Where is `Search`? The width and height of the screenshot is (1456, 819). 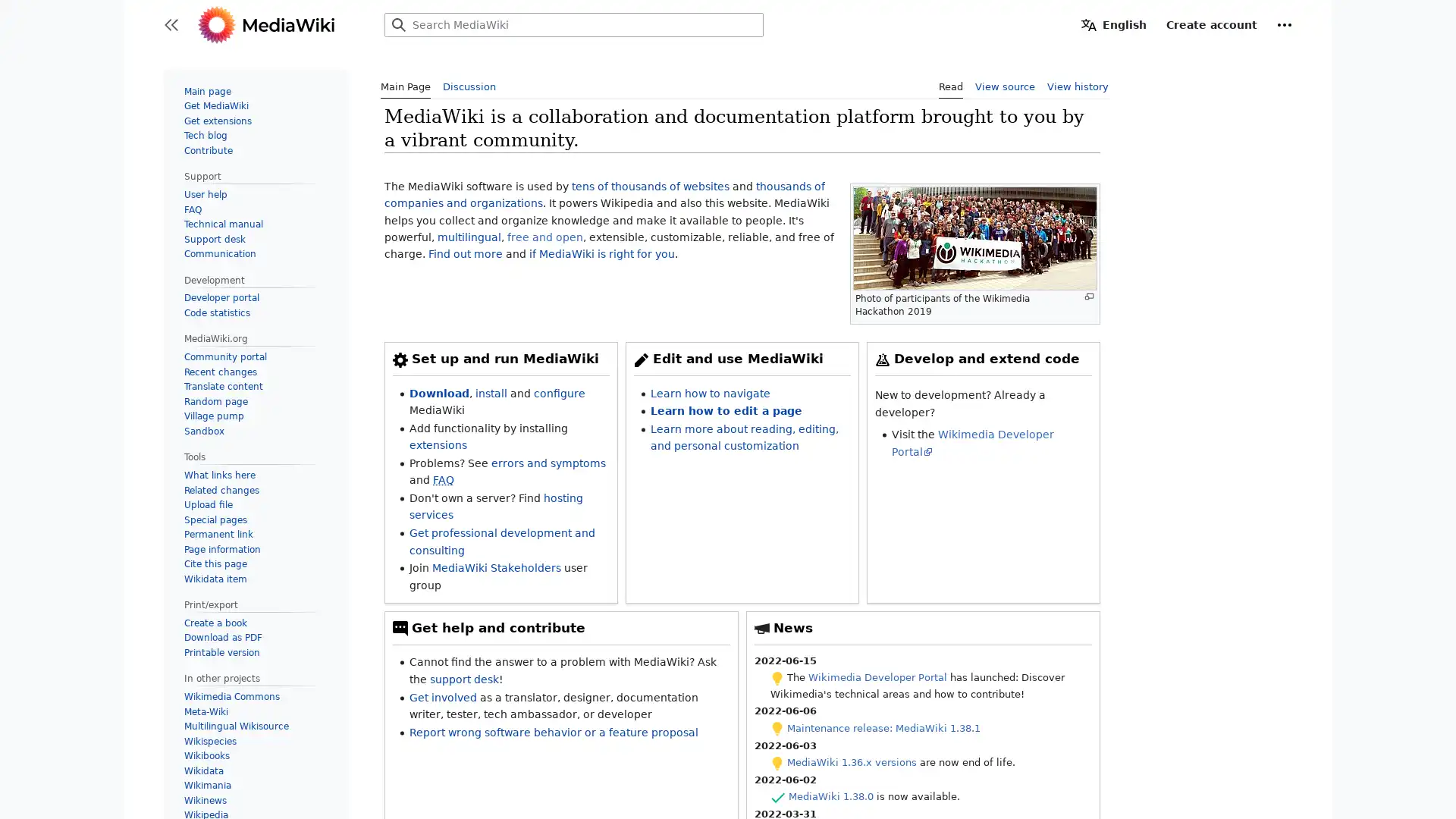 Search is located at coordinates (399, 25).